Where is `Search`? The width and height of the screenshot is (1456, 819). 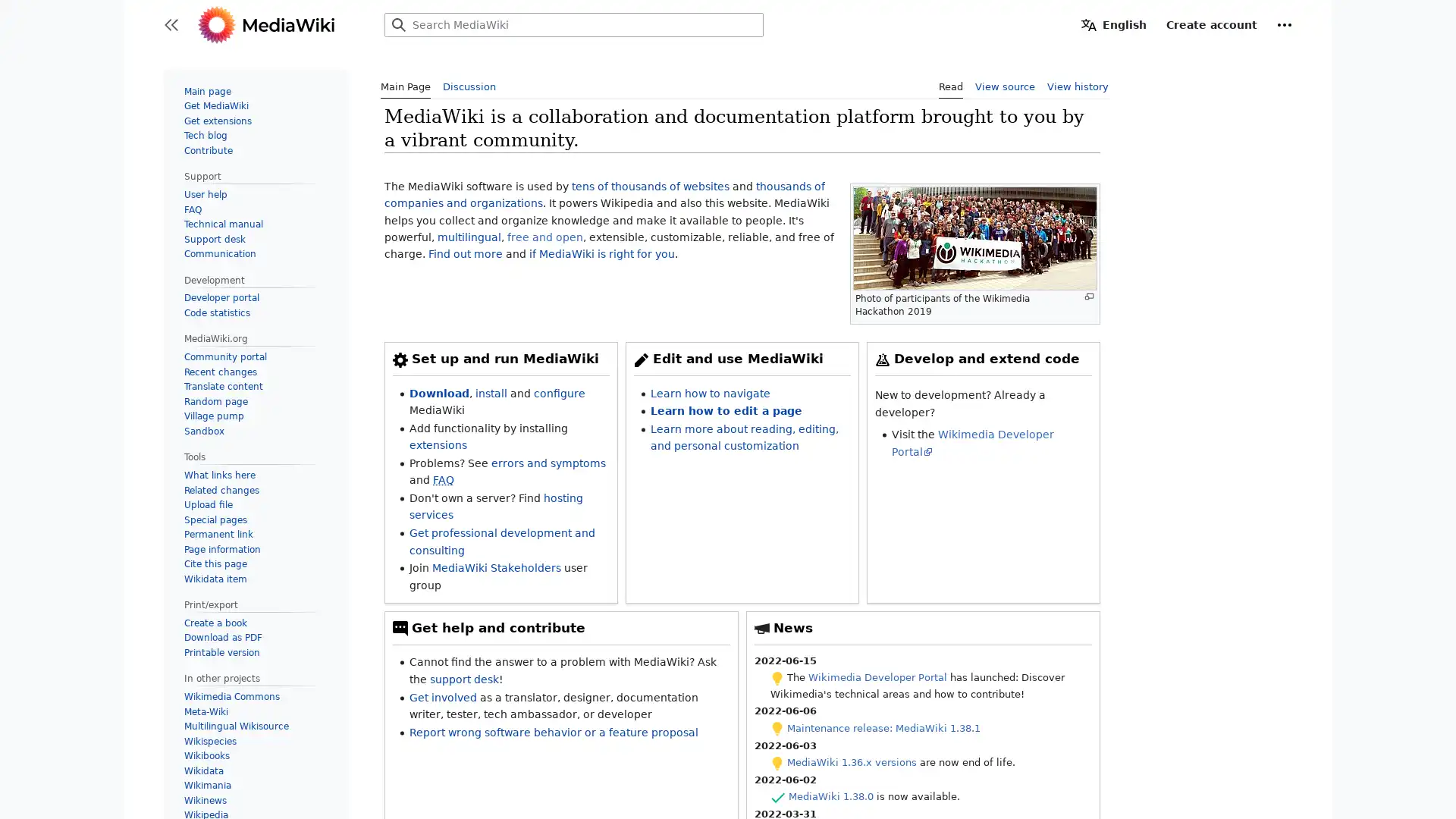 Search is located at coordinates (399, 25).